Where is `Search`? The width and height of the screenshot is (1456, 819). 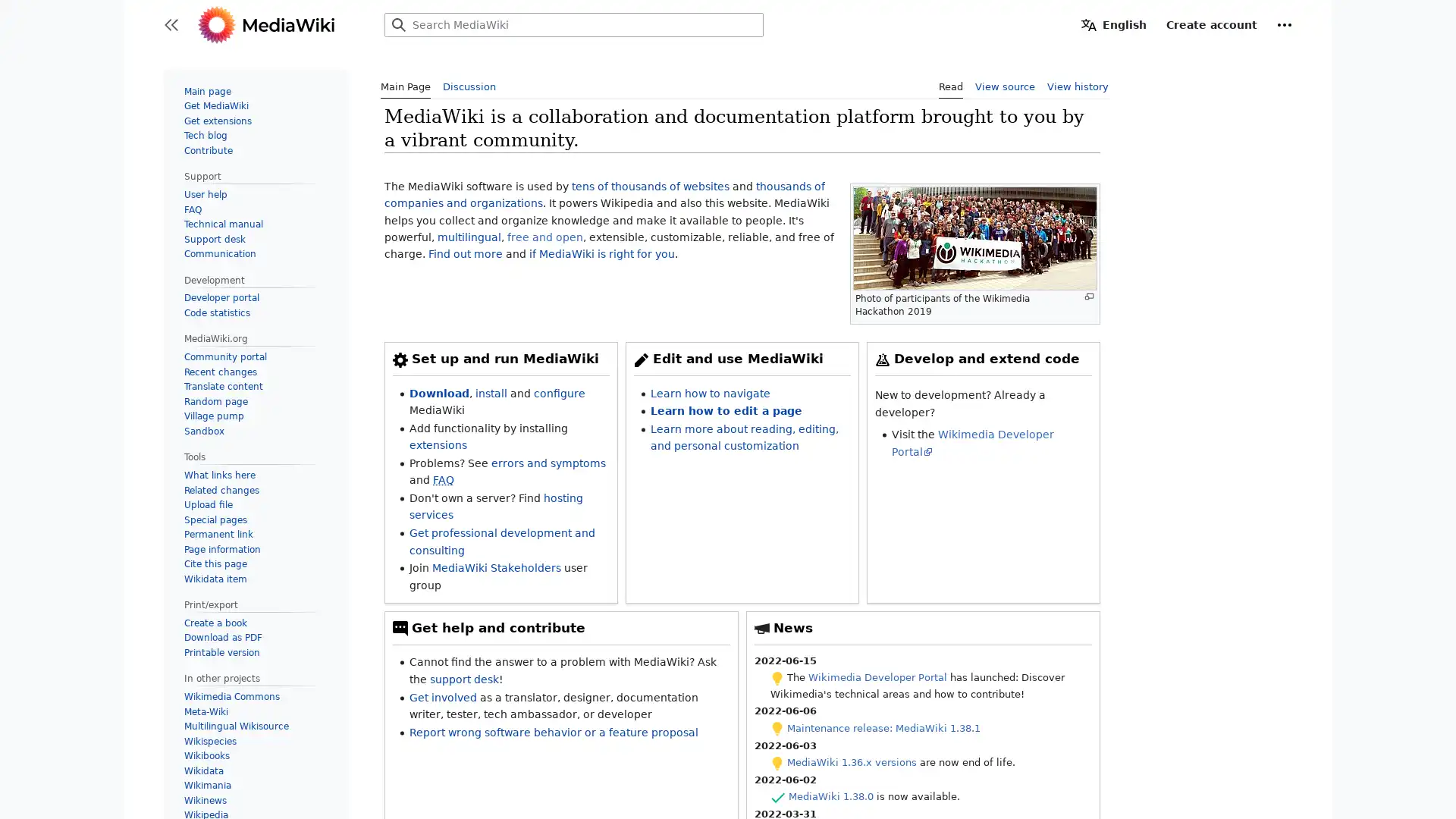 Search is located at coordinates (399, 25).